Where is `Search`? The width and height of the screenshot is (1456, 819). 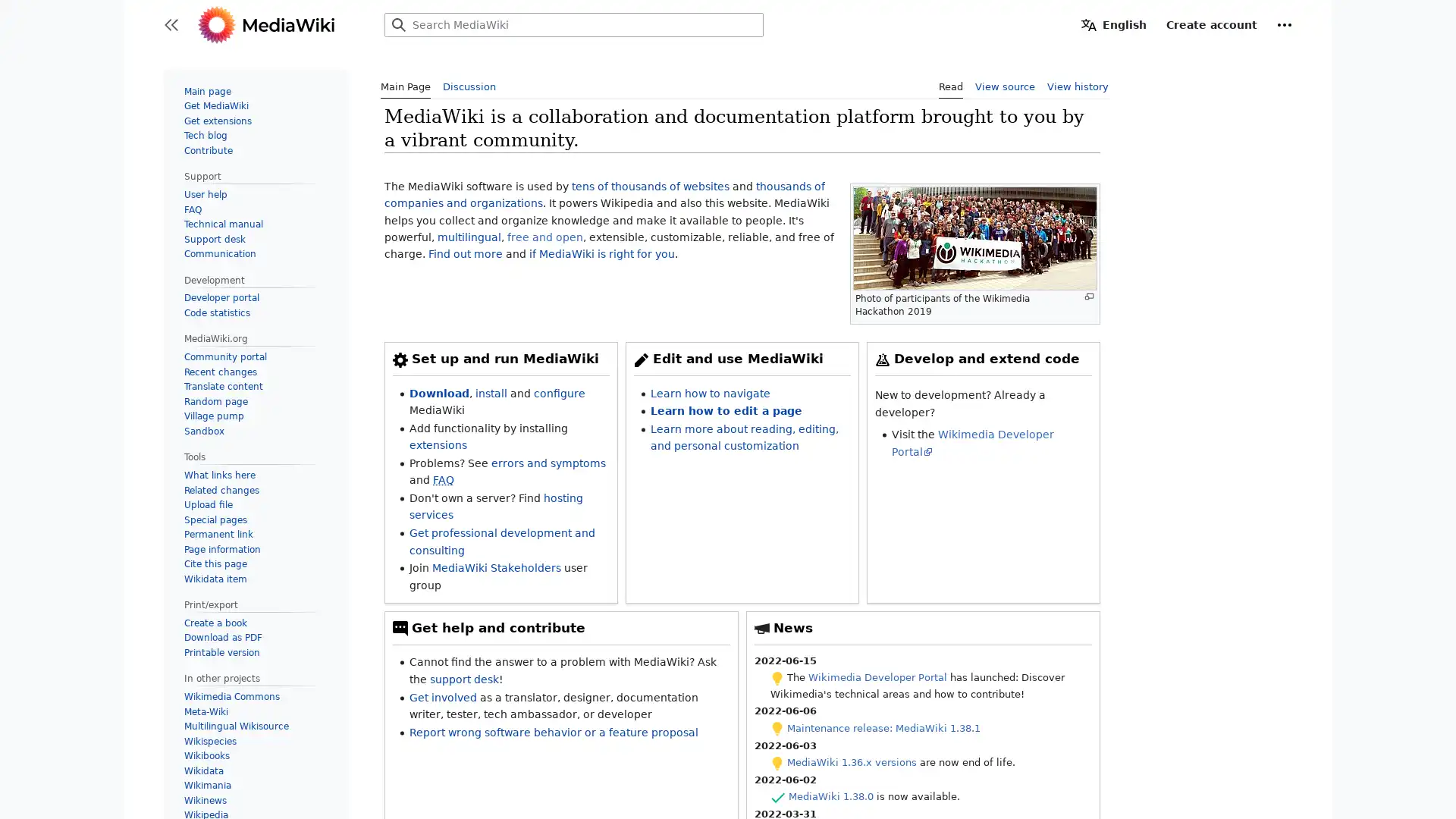 Search is located at coordinates (399, 25).